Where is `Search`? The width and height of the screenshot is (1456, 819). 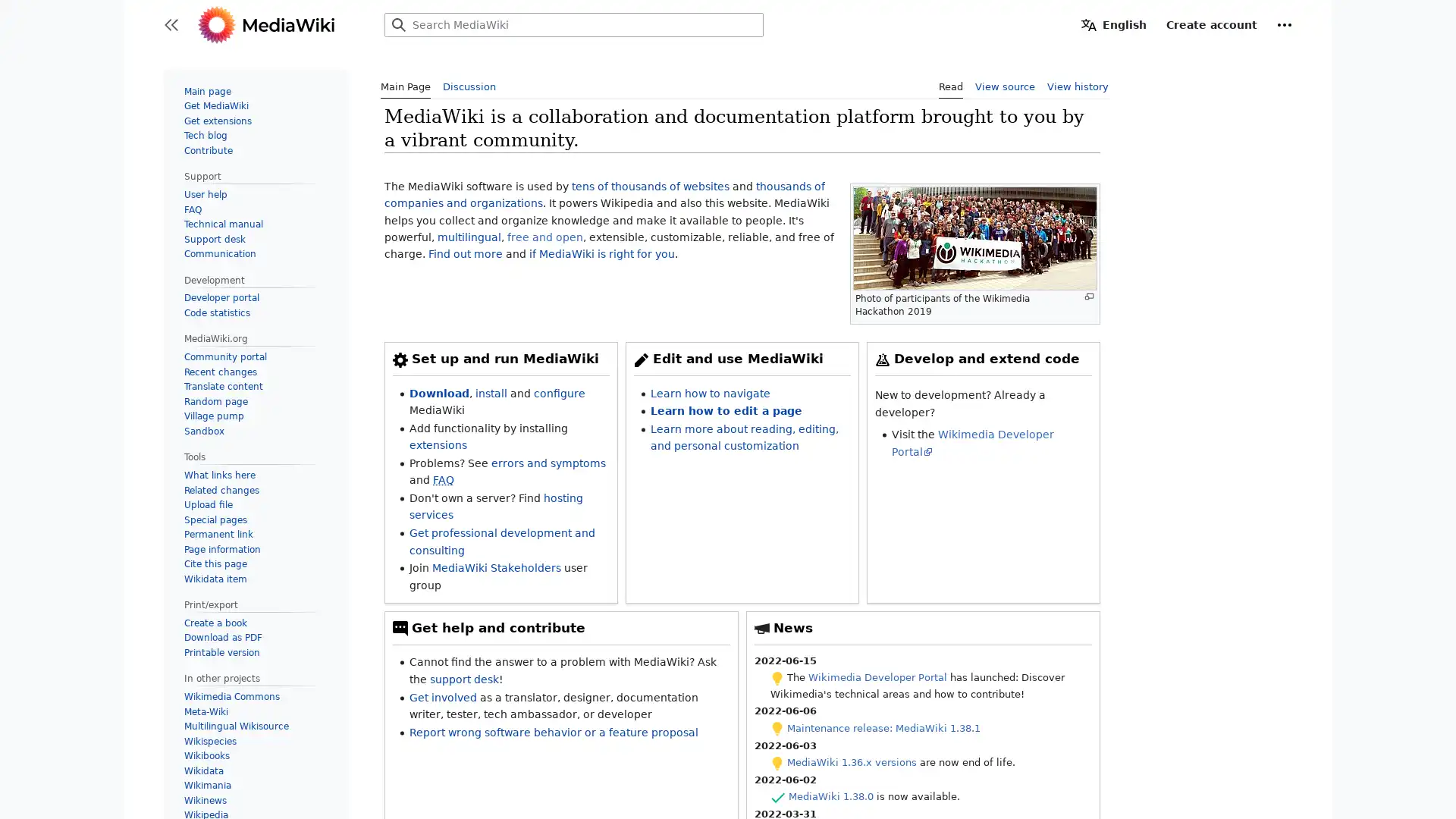 Search is located at coordinates (399, 25).